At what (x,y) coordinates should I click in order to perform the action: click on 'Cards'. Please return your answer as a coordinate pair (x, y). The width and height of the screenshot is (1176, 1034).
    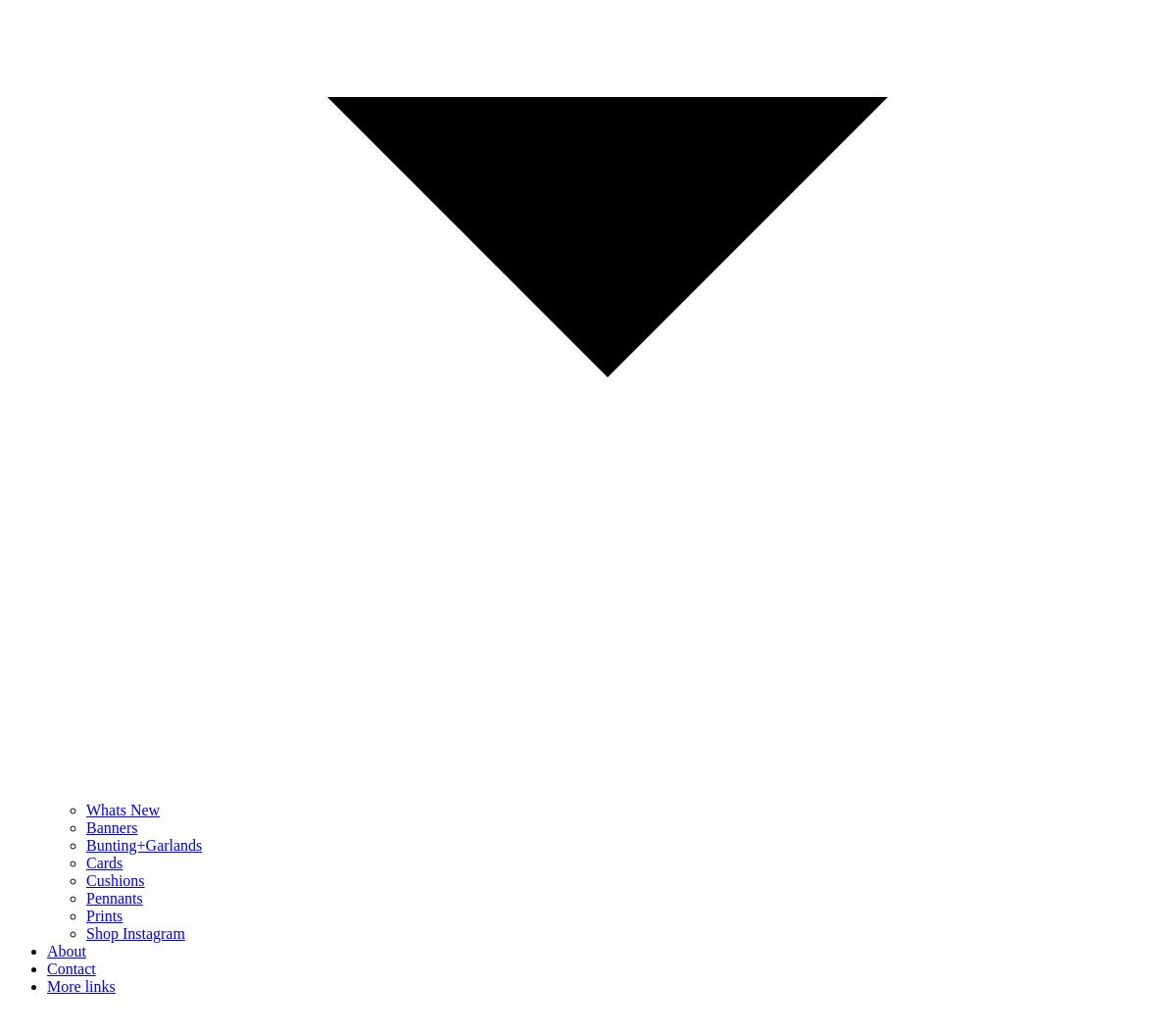
    Looking at the image, I should click on (104, 862).